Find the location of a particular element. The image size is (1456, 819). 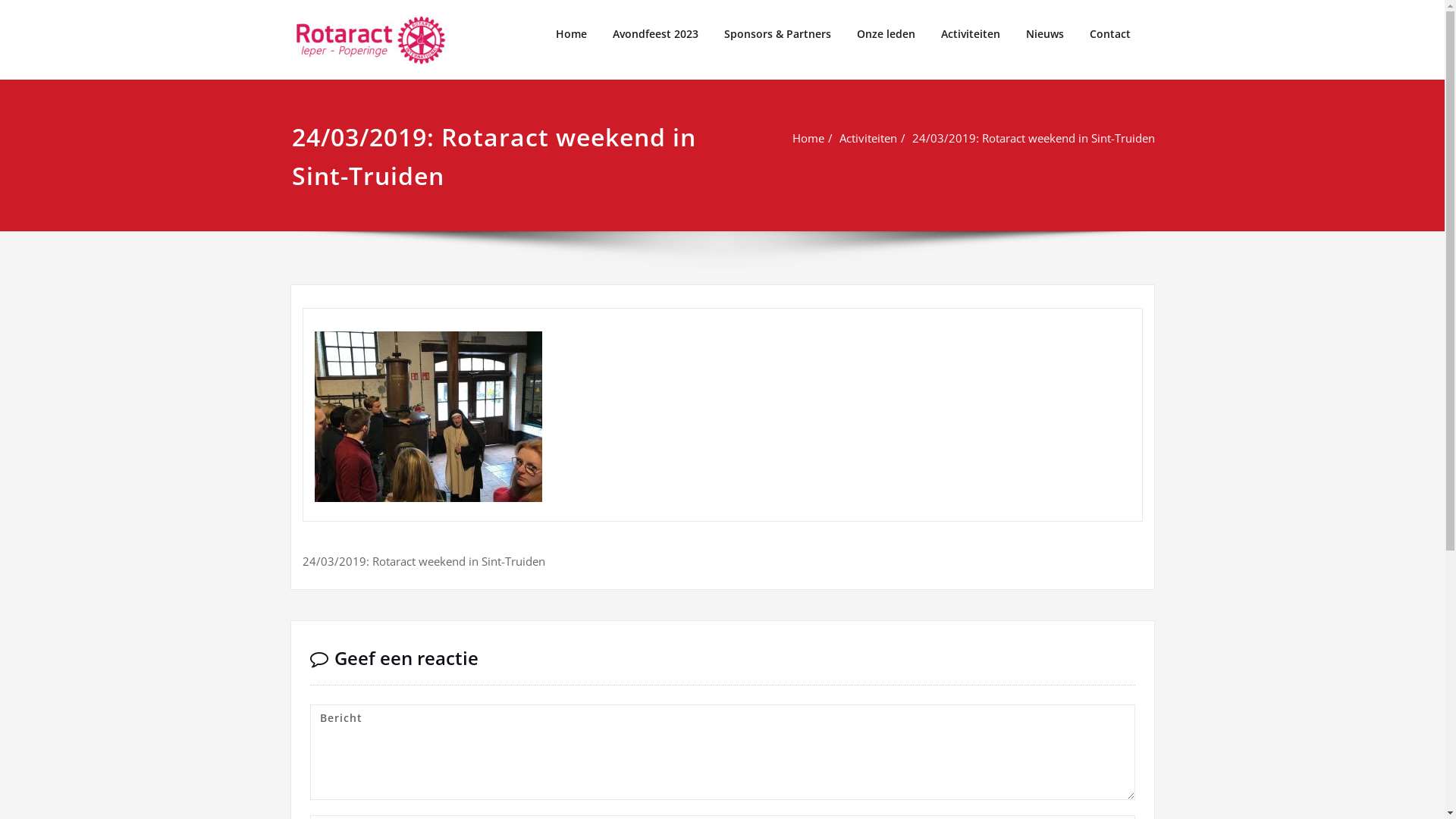

'Onze leden' is located at coordinates (885, 34).